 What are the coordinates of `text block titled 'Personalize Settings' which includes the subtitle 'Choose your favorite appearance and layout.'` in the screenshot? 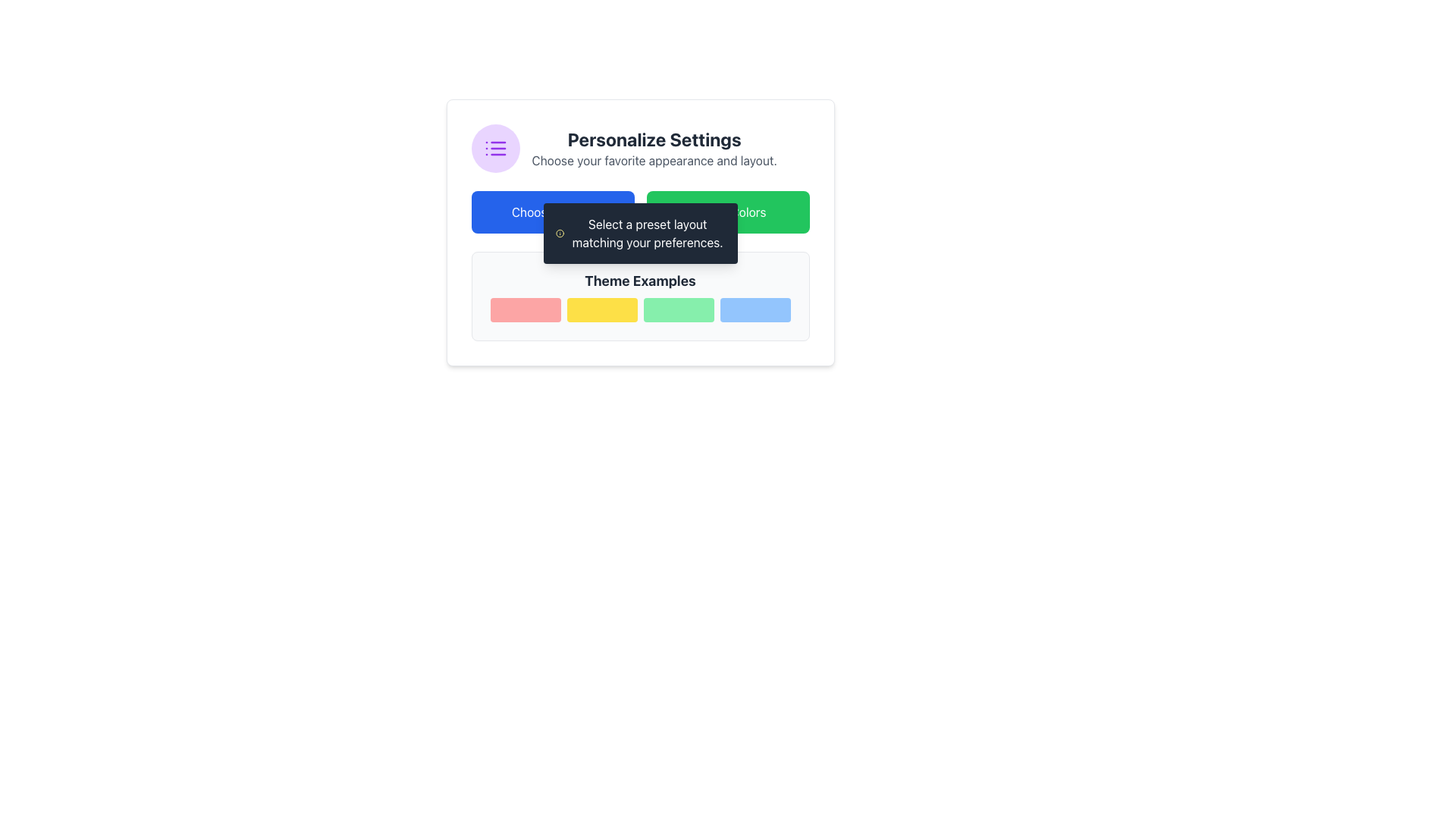 It's located at (654, 149).